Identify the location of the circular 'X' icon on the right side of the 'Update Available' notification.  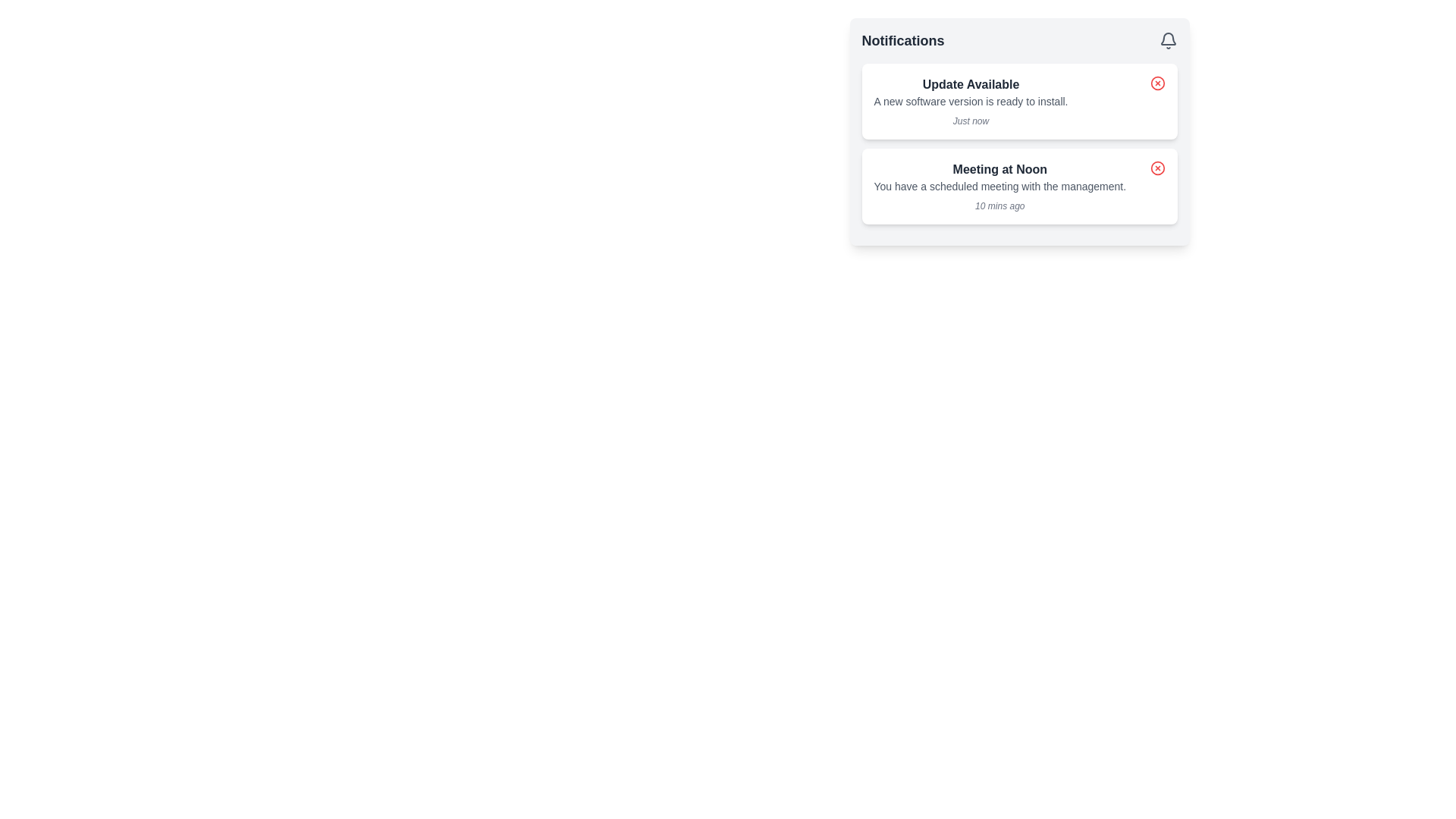
(1156, 83).